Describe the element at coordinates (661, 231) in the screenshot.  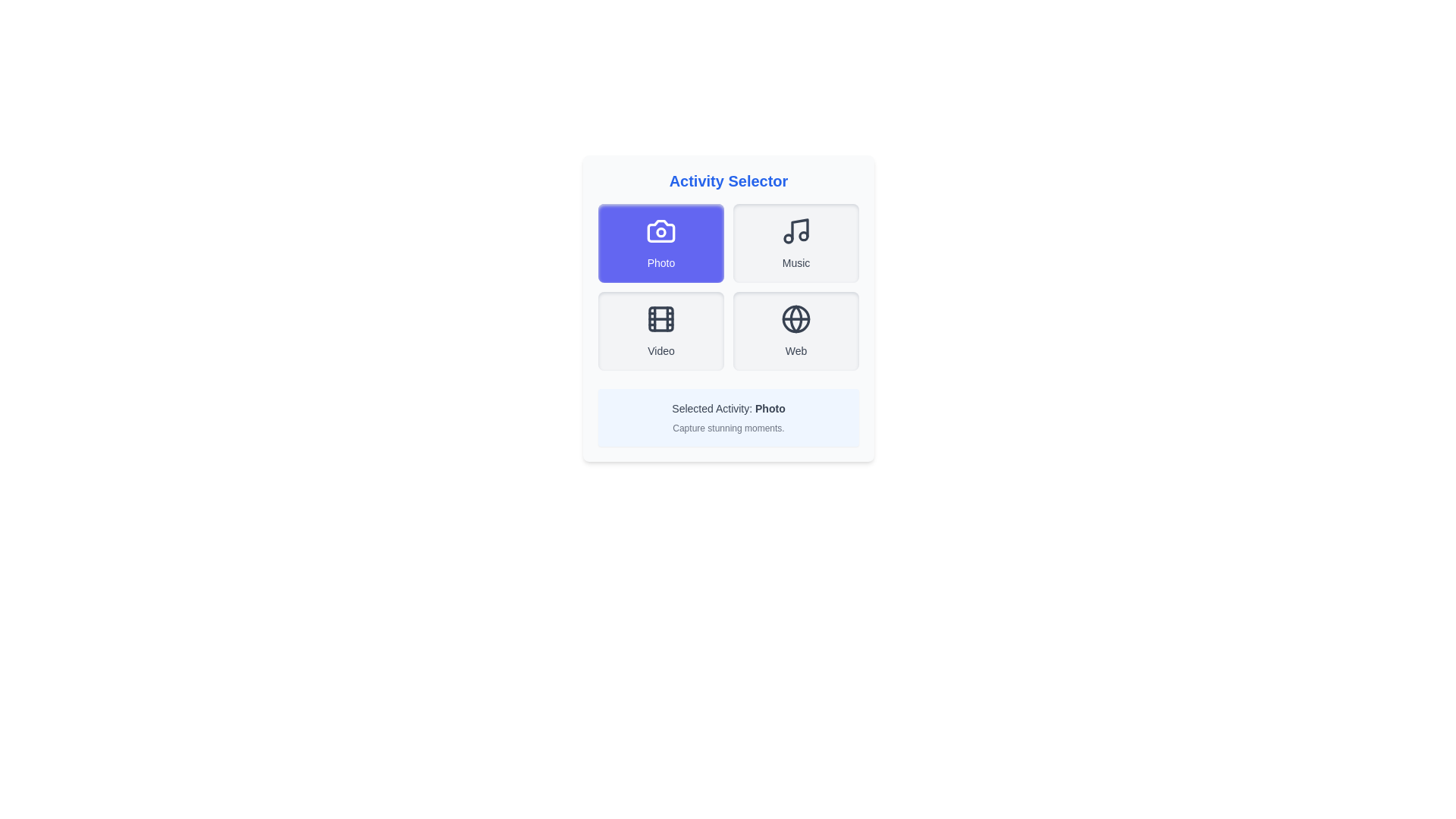
I see `the decorative camera icon element located in the upper-left quadrant of the 'Photo' tile, which resembles the body of a camera with a strap-like structure` at that location.